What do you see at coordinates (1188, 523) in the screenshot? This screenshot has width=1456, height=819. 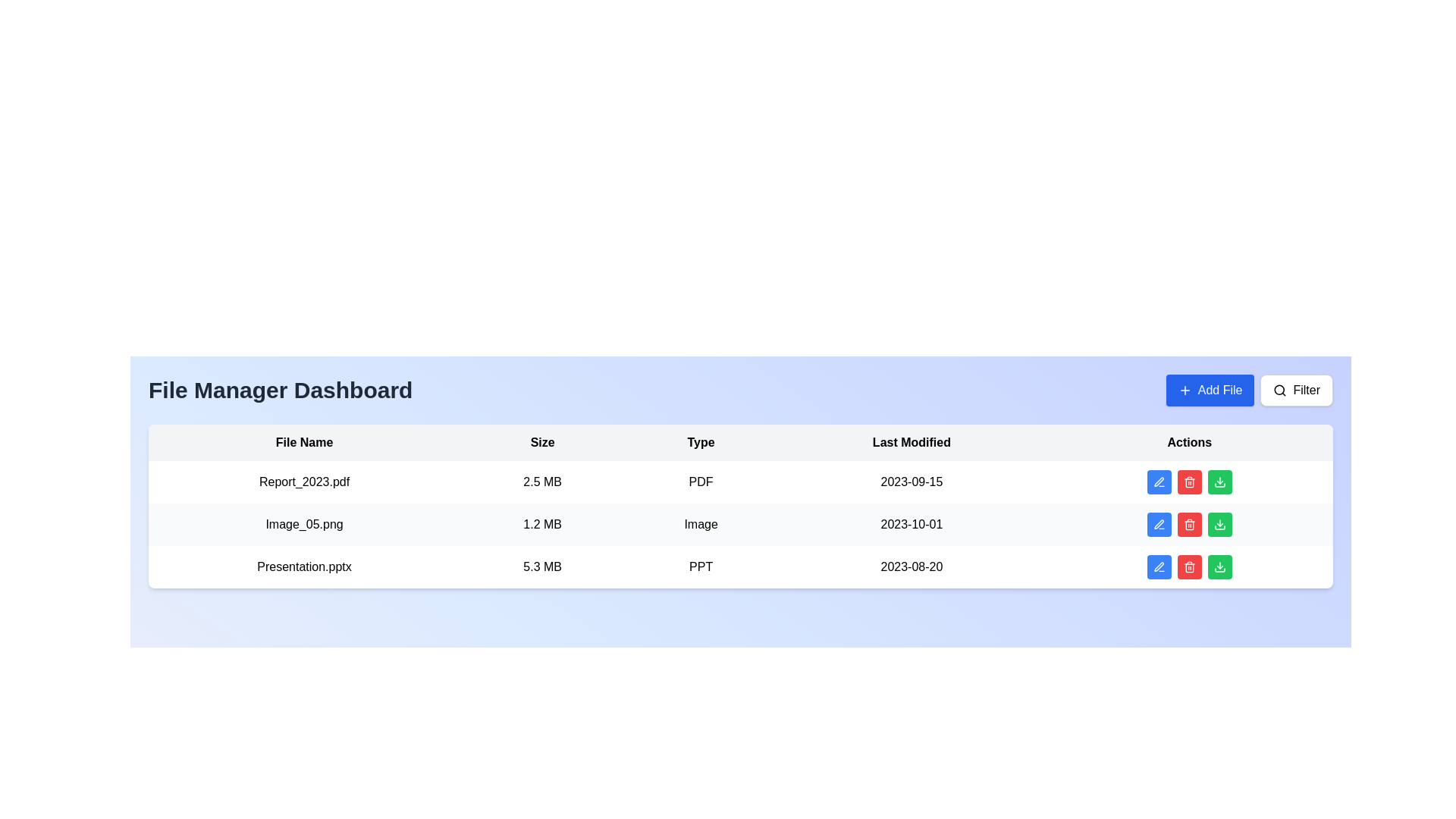 I see `the red trash bin icon button in the 'Actions' column of the second row` at bounding box center [1188, 523].